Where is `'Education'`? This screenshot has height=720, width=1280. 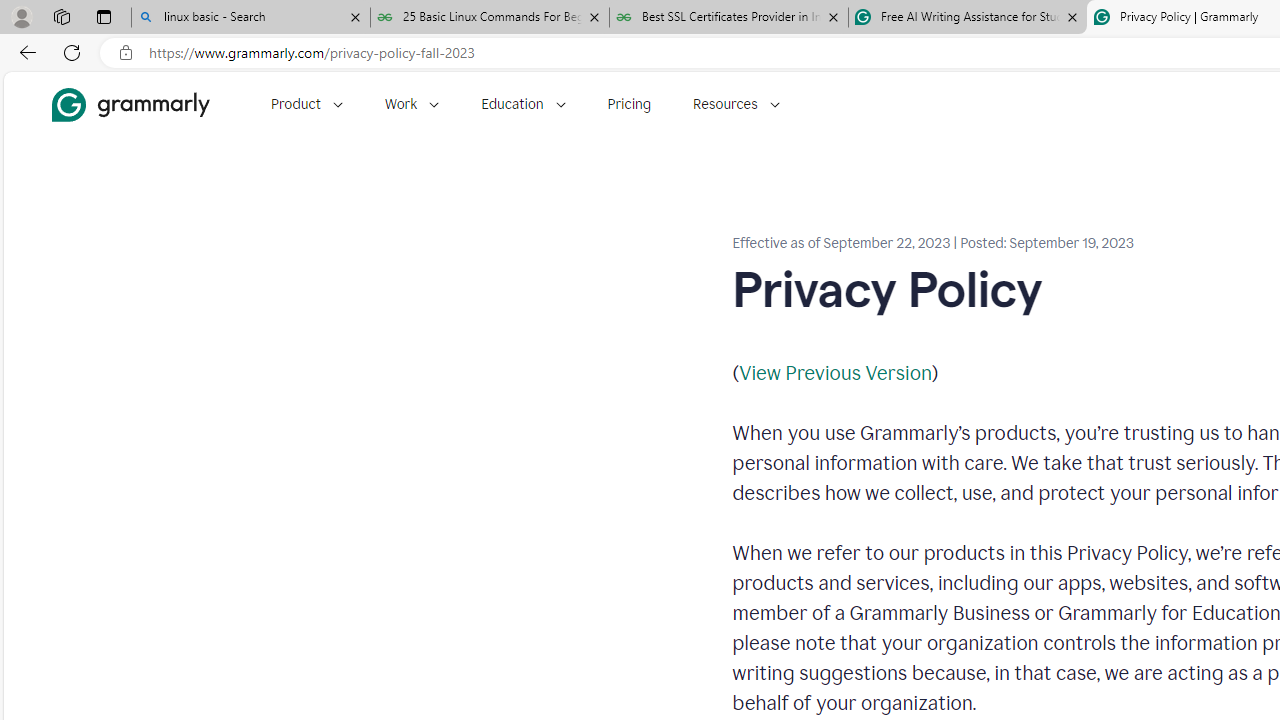 'Education' is located at coordinates (523, 104).